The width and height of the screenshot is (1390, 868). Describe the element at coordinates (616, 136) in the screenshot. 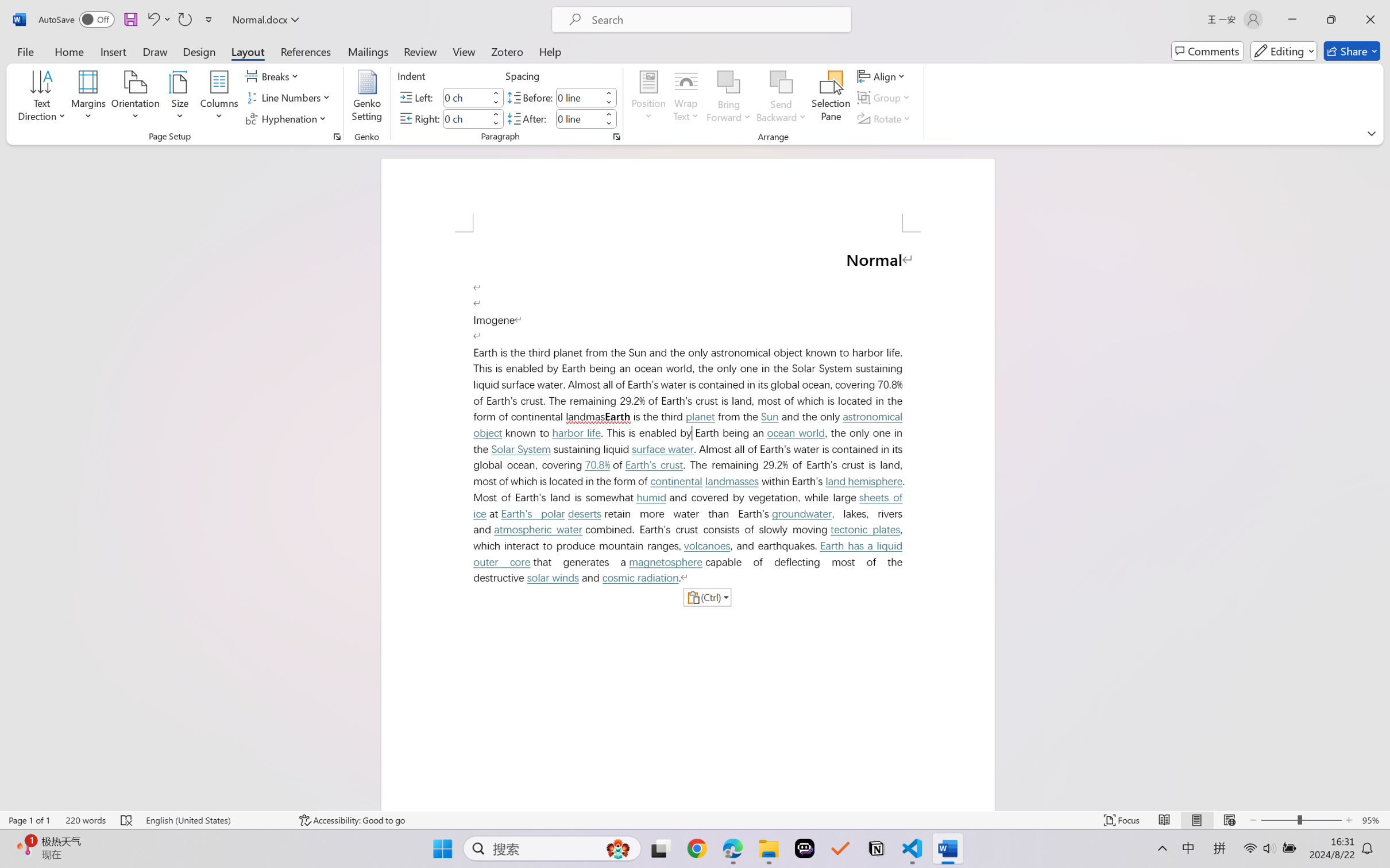

I see `'Paragraph...'` at that location.